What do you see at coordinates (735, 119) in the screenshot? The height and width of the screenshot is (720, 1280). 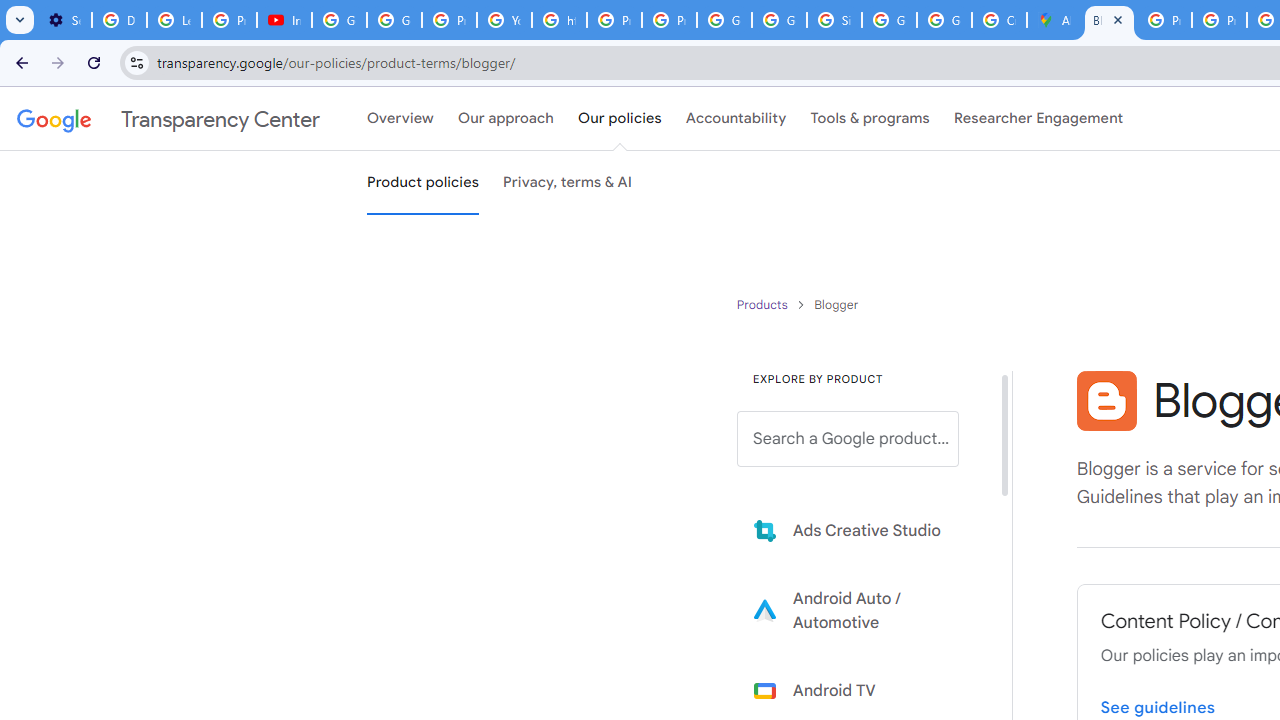 I see `'Accountability'` at bounding box center [735, 119].